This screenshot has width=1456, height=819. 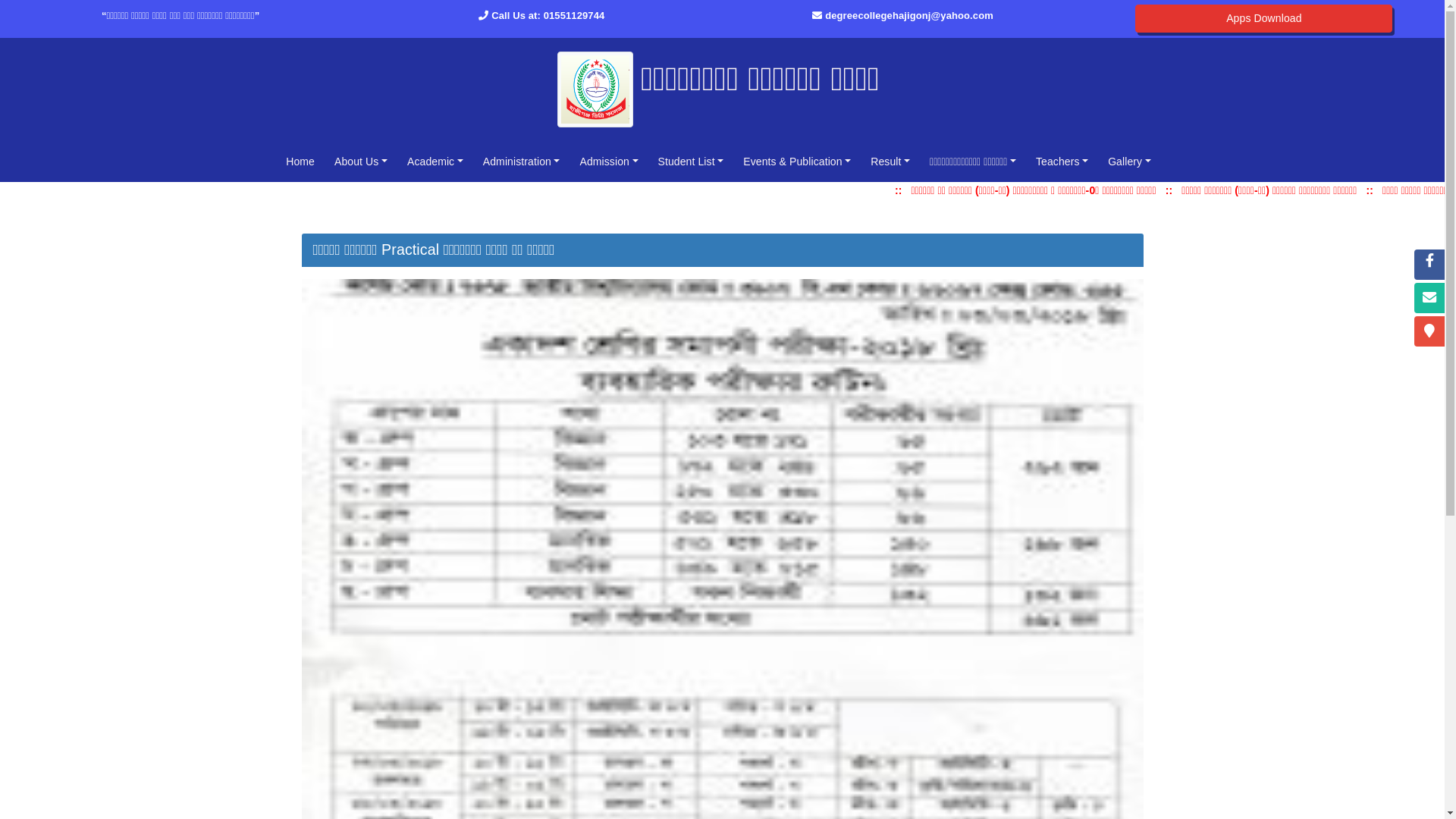 I want to click on '01551129744', so click(x=573, y=15).